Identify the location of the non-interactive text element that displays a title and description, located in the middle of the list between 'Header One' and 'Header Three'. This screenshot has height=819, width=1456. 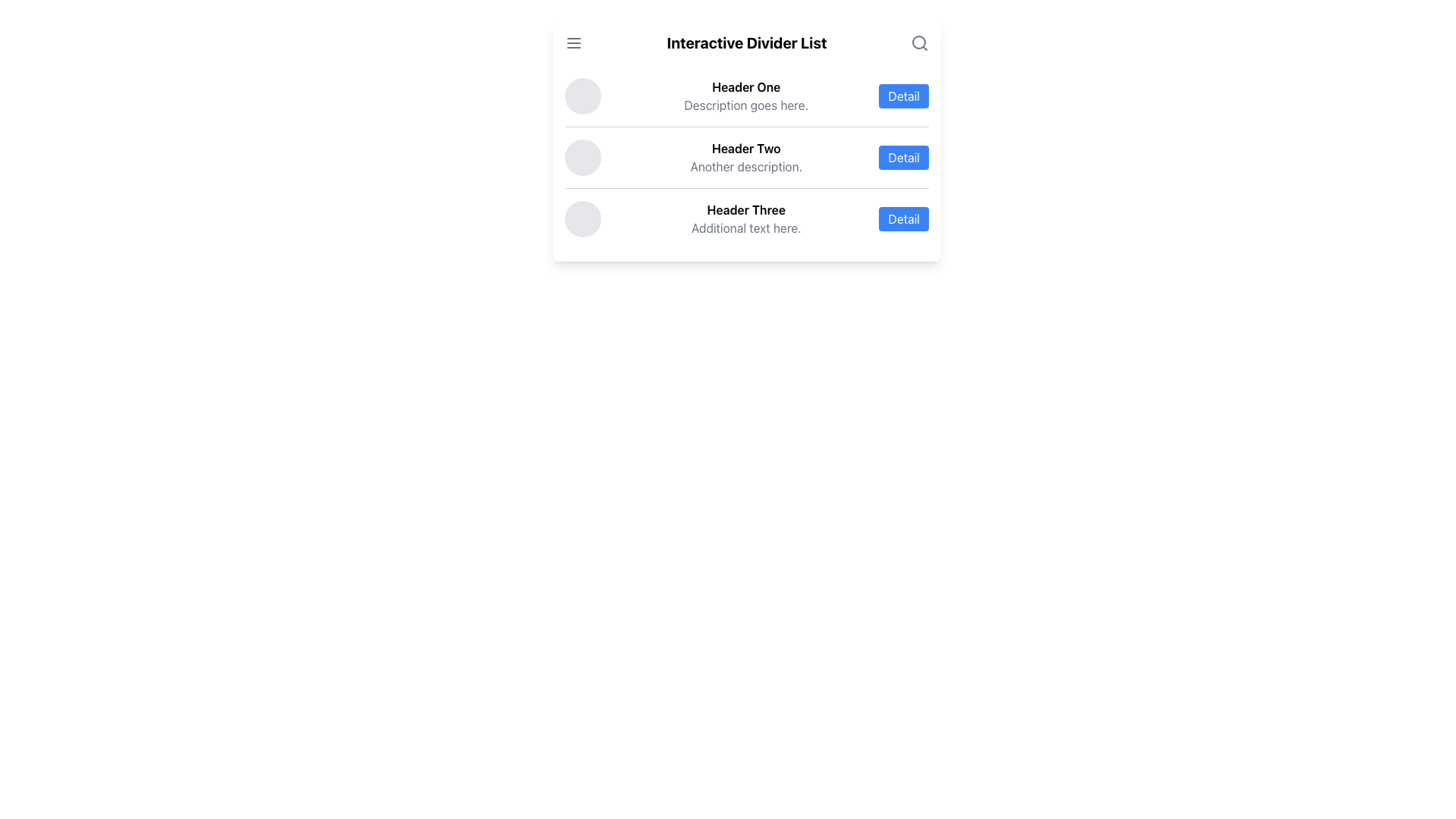
(746, 158).